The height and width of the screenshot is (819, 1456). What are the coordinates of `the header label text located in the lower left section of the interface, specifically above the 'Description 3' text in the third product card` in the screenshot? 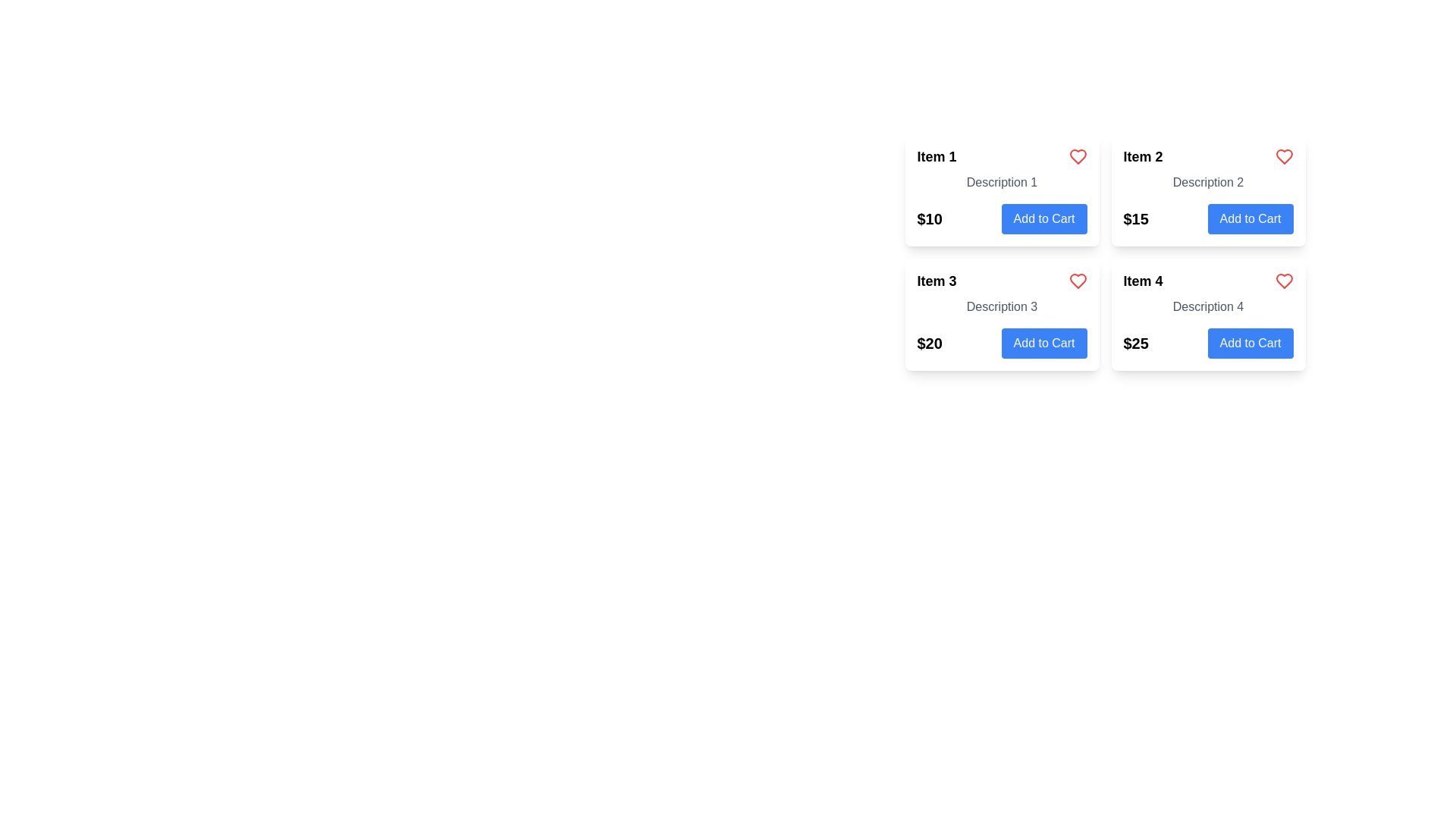 It's located at (936, 281).